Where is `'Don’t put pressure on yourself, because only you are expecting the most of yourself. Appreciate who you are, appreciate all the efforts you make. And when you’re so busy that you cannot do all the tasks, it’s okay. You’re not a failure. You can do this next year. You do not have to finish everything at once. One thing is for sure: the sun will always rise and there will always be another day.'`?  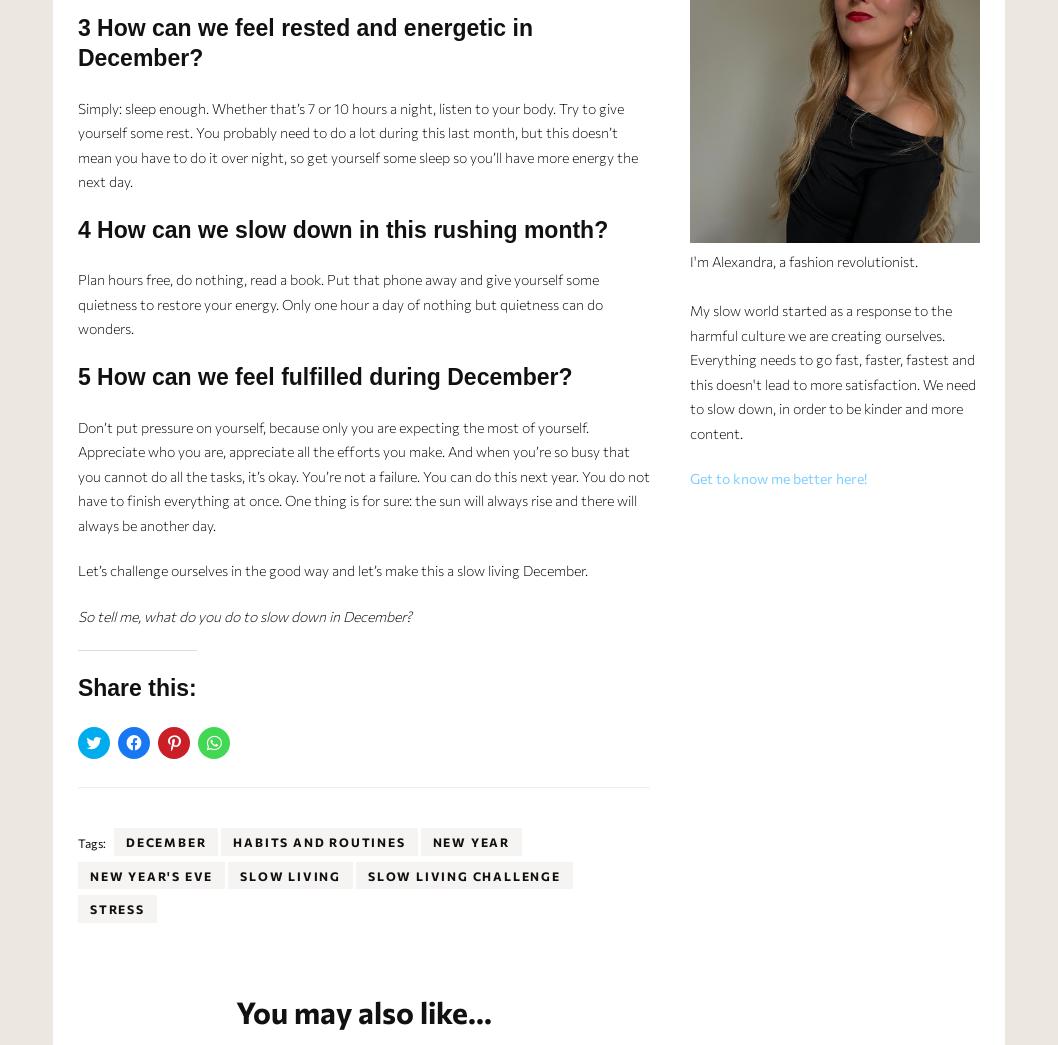 'Don’t put pressure on yourself, because only you are expecting the most of yourself. Appreciate who you are, appreciate all the efforts you make. And when you’re so busy that you cannot do all the tasks, it’s okay. You’re not a failure. You can do this next year. You do not have to finish everything at once. One thing is for sure: the sun will always rise and there will always be another day.' is located at coordinates (362, 474).